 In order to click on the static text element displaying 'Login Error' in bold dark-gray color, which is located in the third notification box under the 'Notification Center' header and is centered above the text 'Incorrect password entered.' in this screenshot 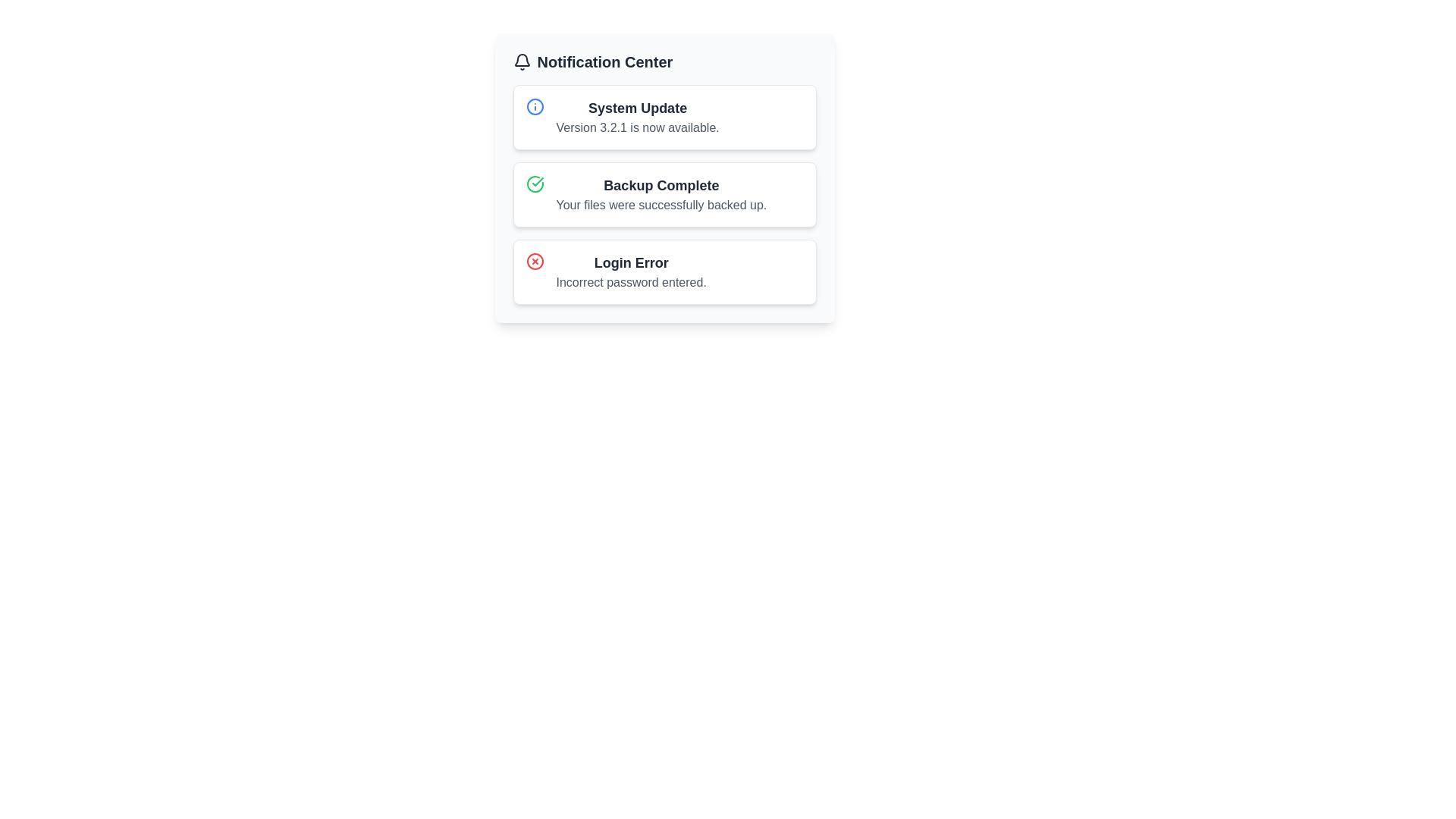, I will do `click(631, 262)`.